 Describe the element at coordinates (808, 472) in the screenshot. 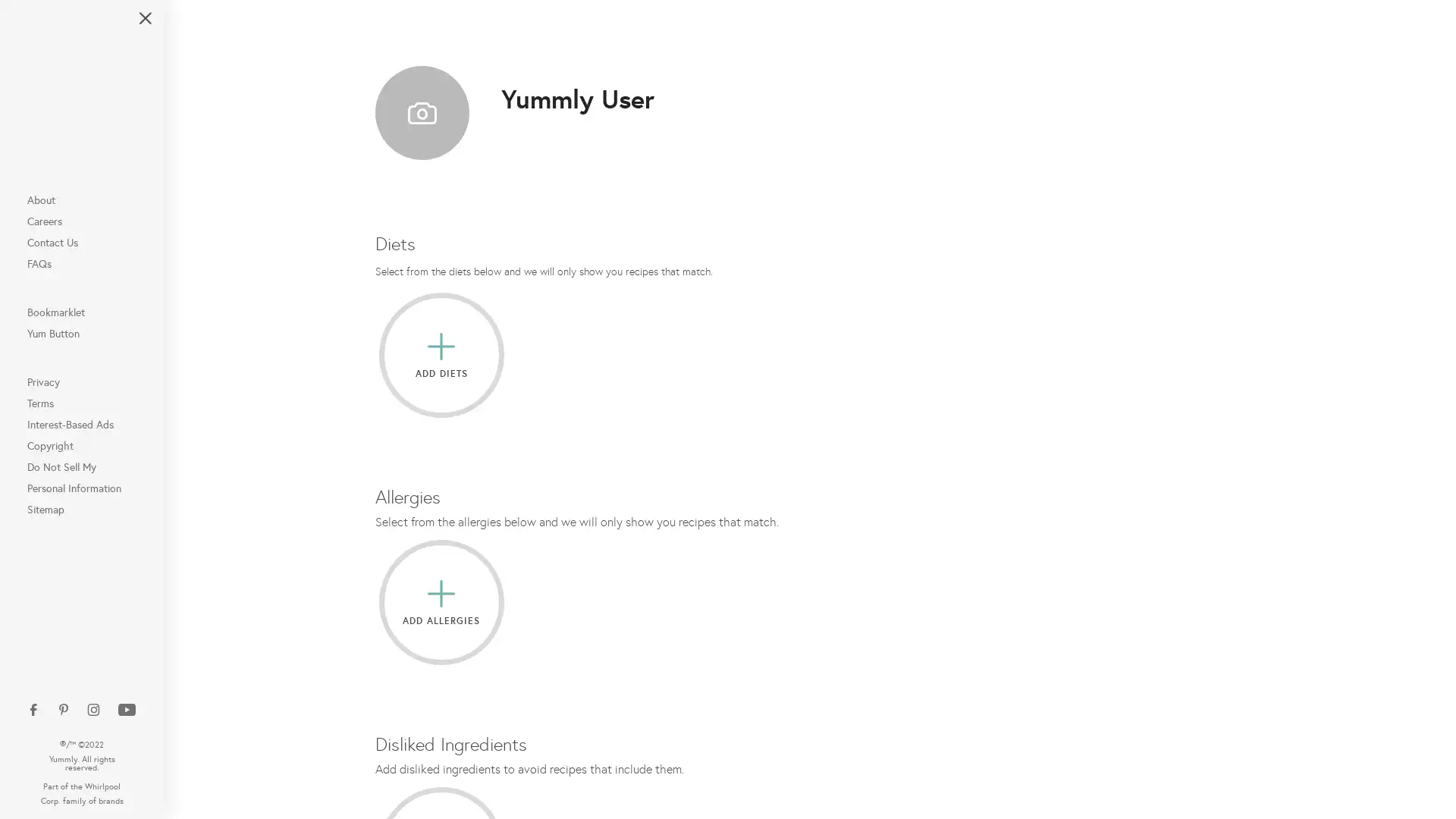

I see `Connect with Apple` at that location.